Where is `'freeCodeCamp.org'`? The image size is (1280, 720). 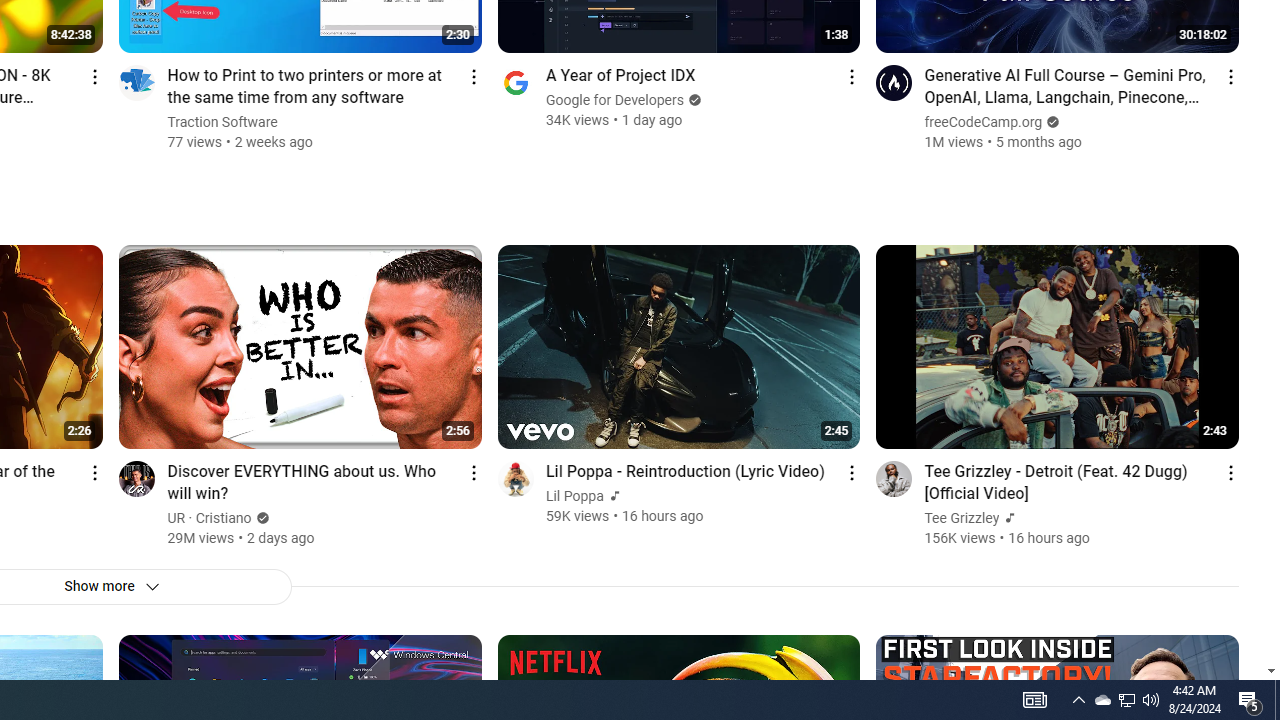 'freeCodeCamp.org' is located at coordinates (984, 122).